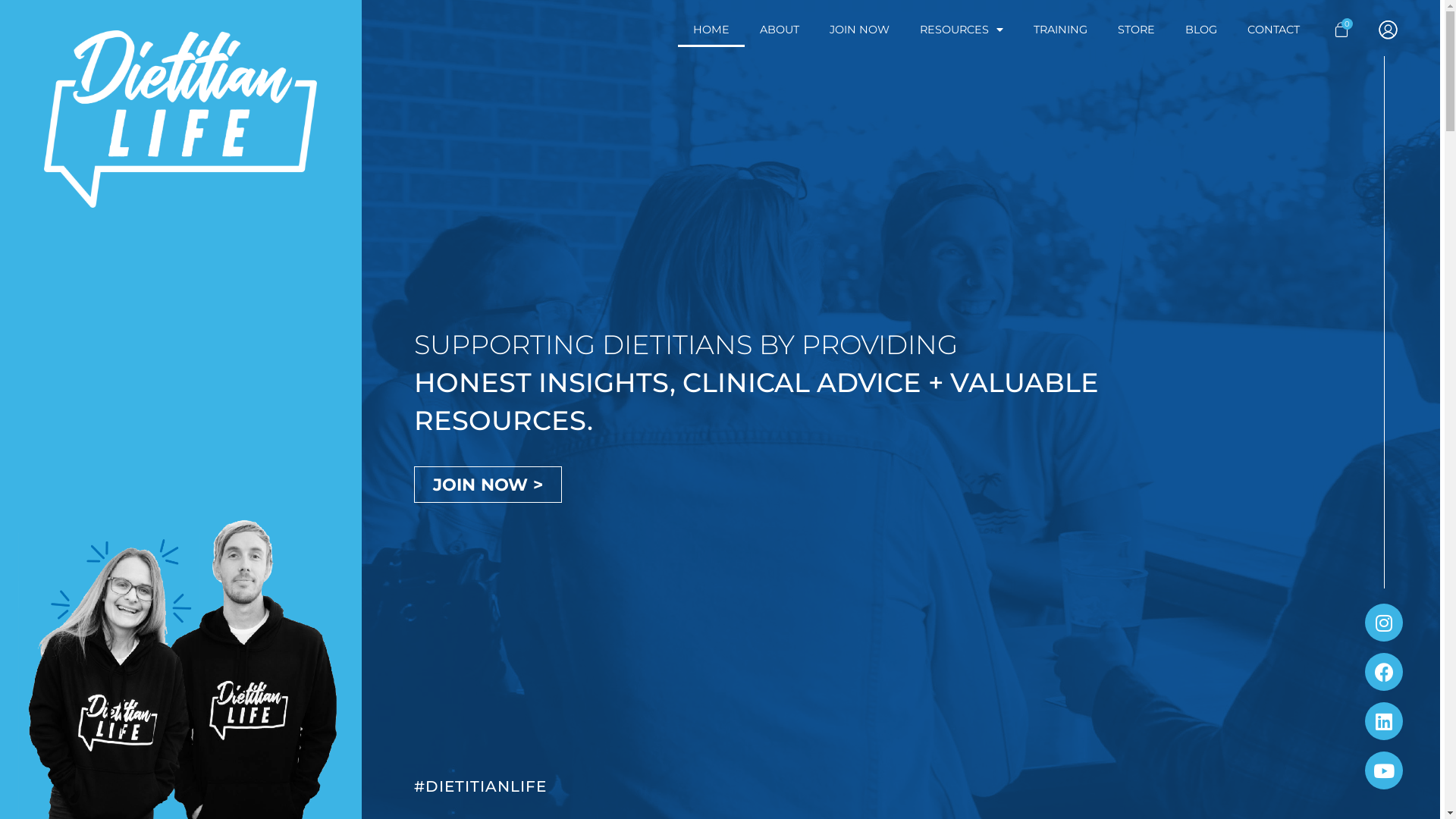  Describe the element at coordinates (1200, 29) in the screenshot. I see `'BLOG'` at that location.